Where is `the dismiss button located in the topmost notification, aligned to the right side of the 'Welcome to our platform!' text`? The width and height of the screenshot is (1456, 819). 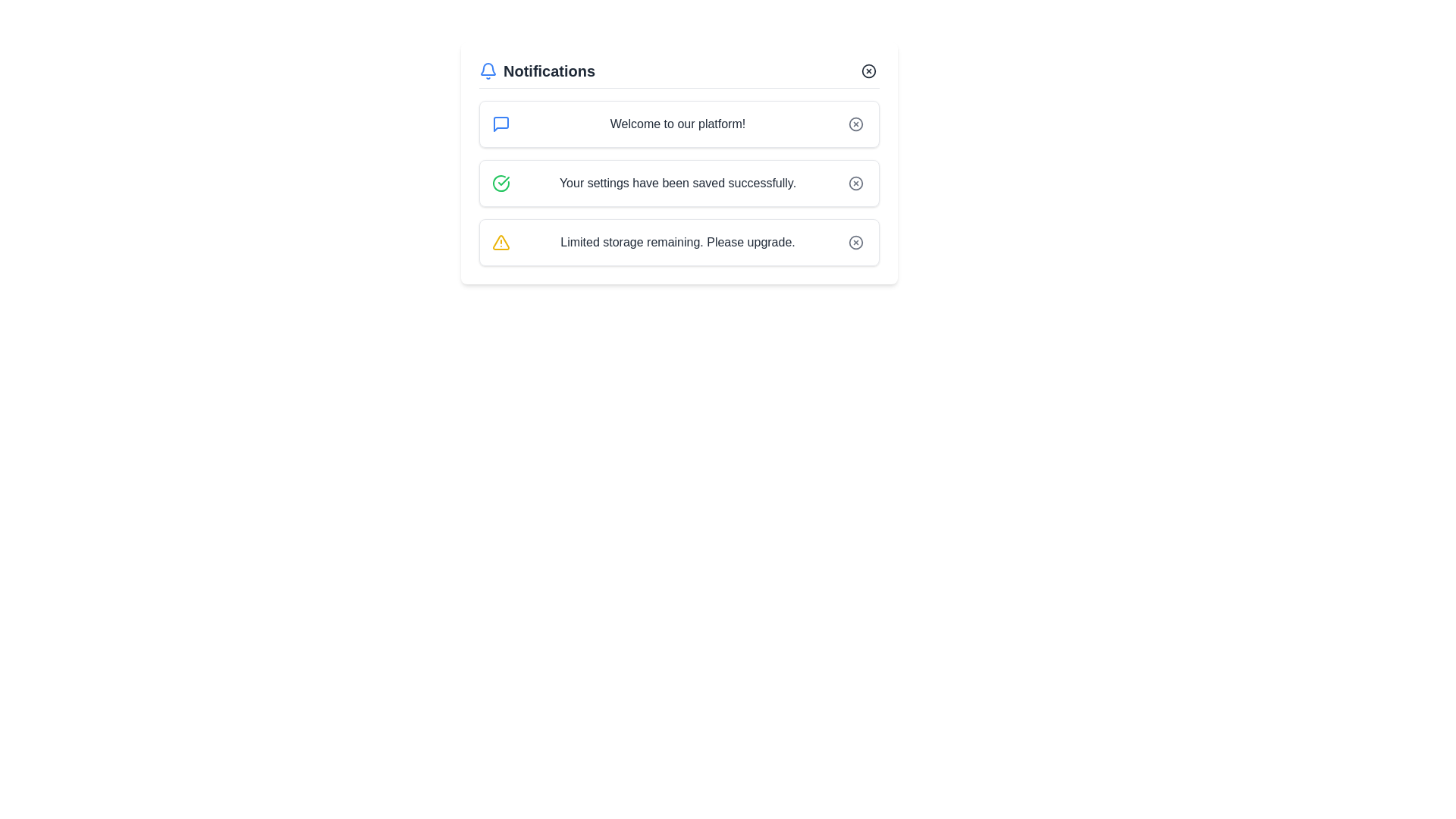 the dismiss button located in the topmost notification, aligned to the right side of the 'Welcome to our platform!' text is located at coordinates (855, 124).